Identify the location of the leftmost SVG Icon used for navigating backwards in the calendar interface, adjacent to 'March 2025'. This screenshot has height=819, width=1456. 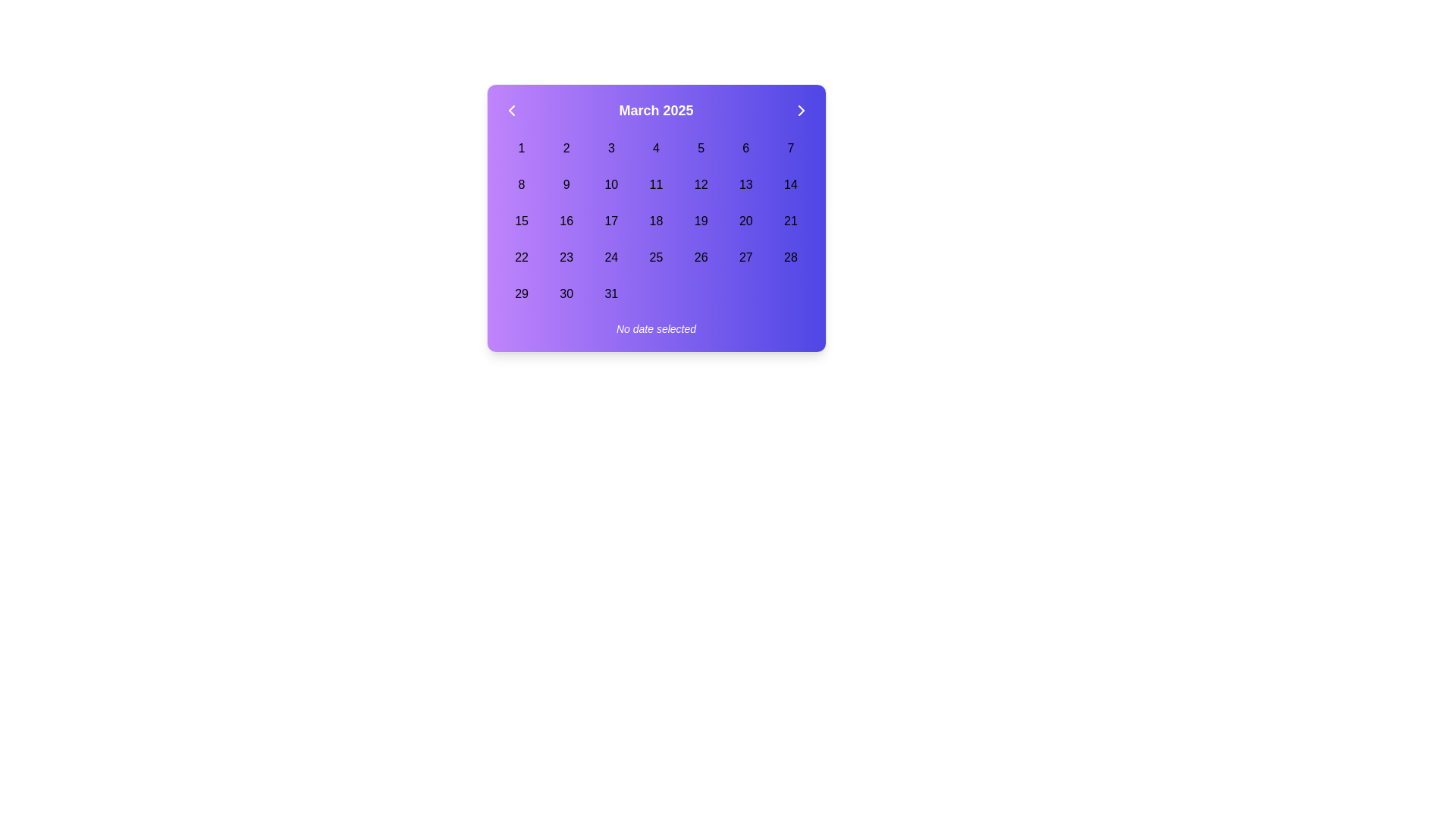
(511, 110).